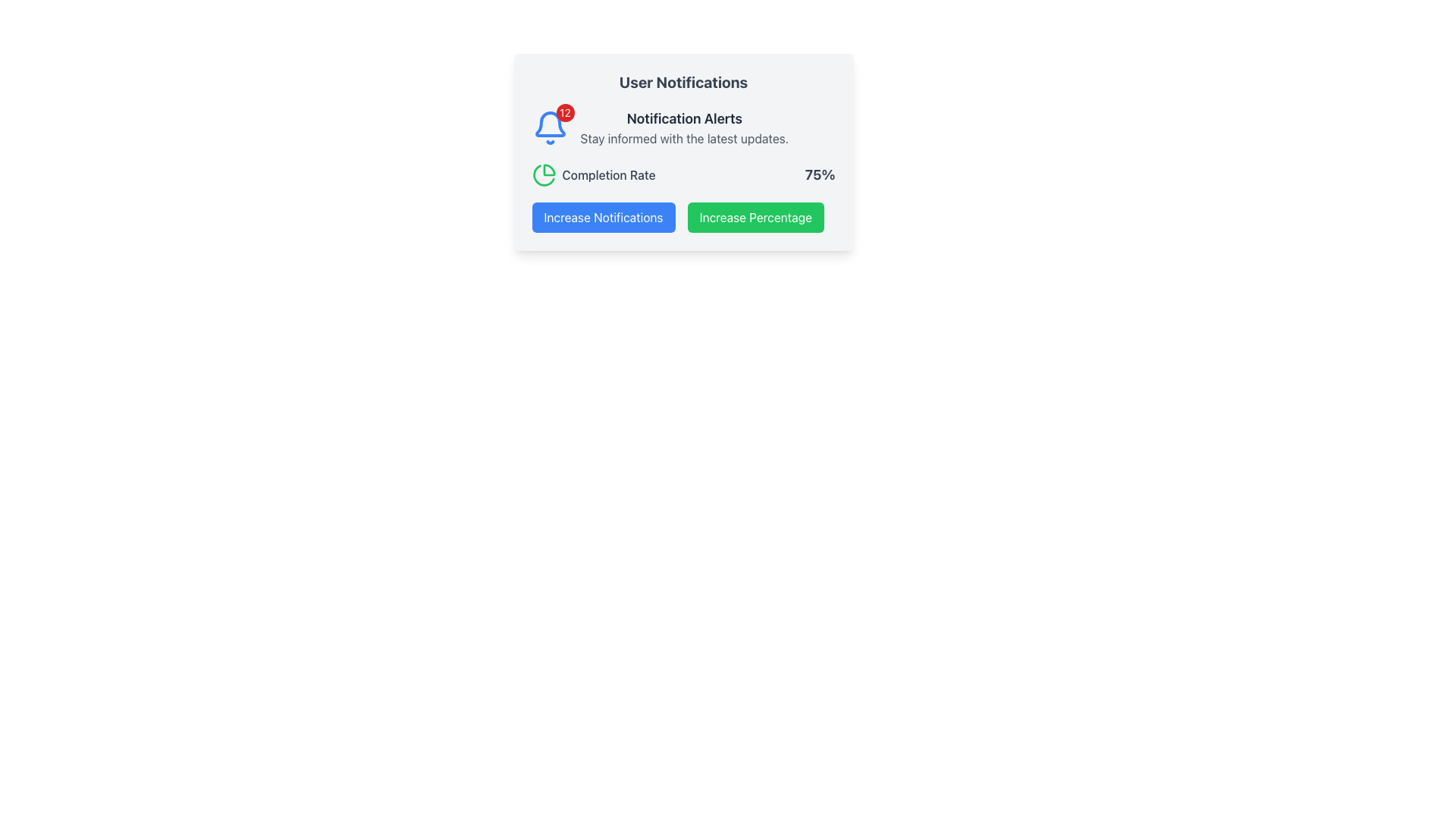  I want to click on the green rectangular button labeled 'Increase Percentage' to observe any hover-specific styling effects, so click(755, 217).